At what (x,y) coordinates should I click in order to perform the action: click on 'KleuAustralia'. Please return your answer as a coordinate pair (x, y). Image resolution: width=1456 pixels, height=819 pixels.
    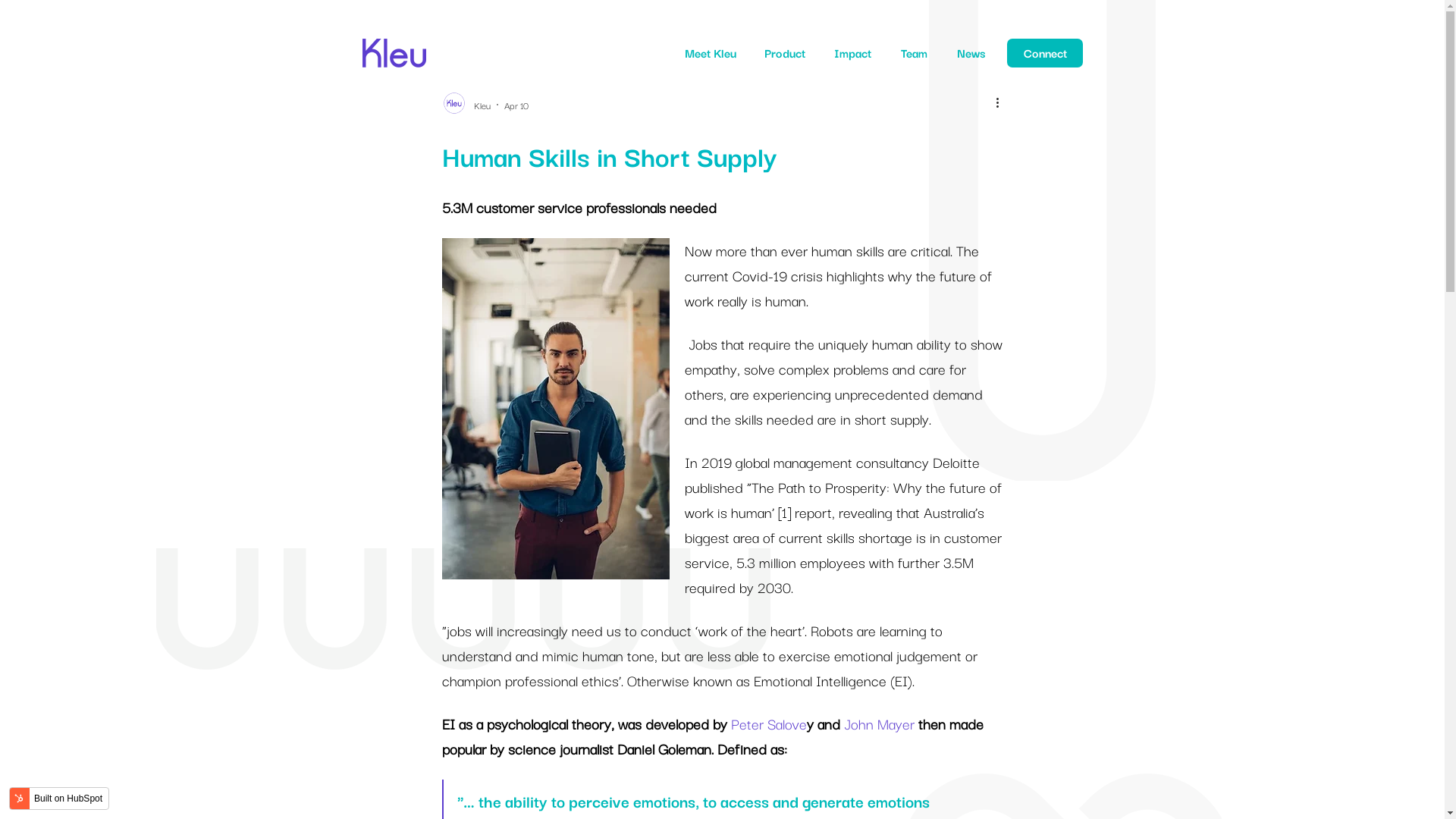
    Looking at the image, I should click on (362, 43).